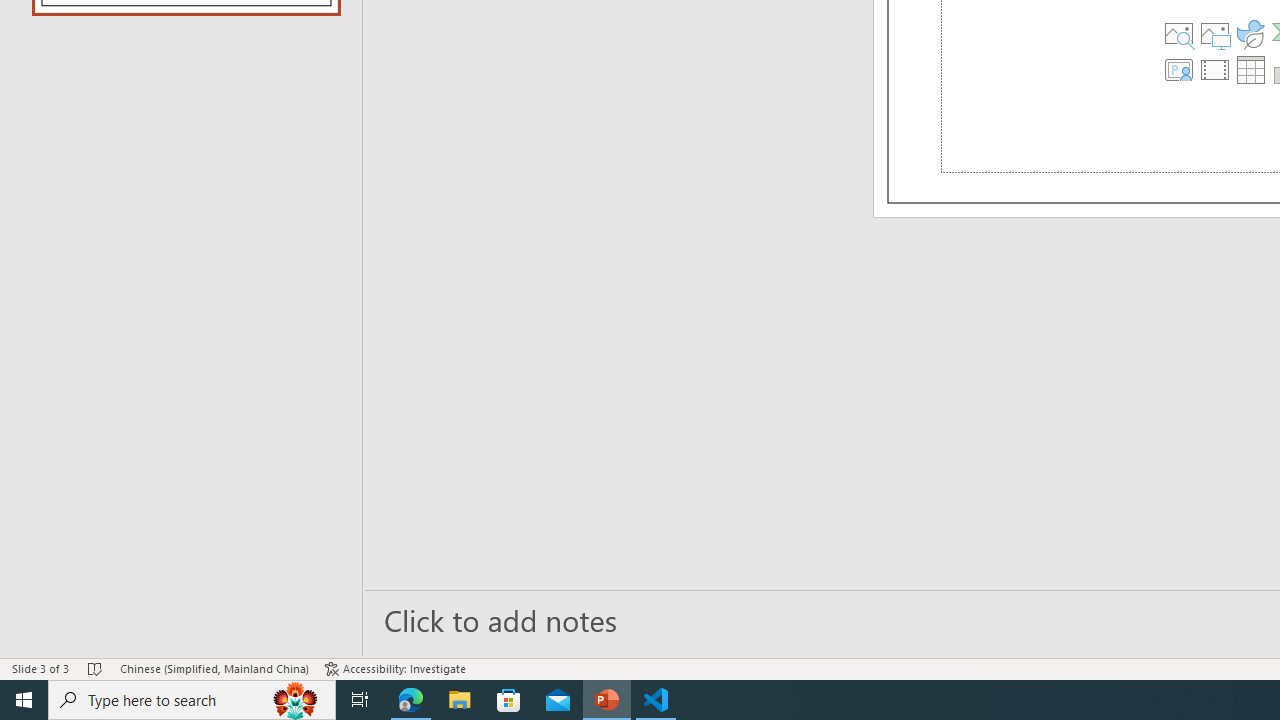  I want to click on 'Insert Table', so click(1248, 68).